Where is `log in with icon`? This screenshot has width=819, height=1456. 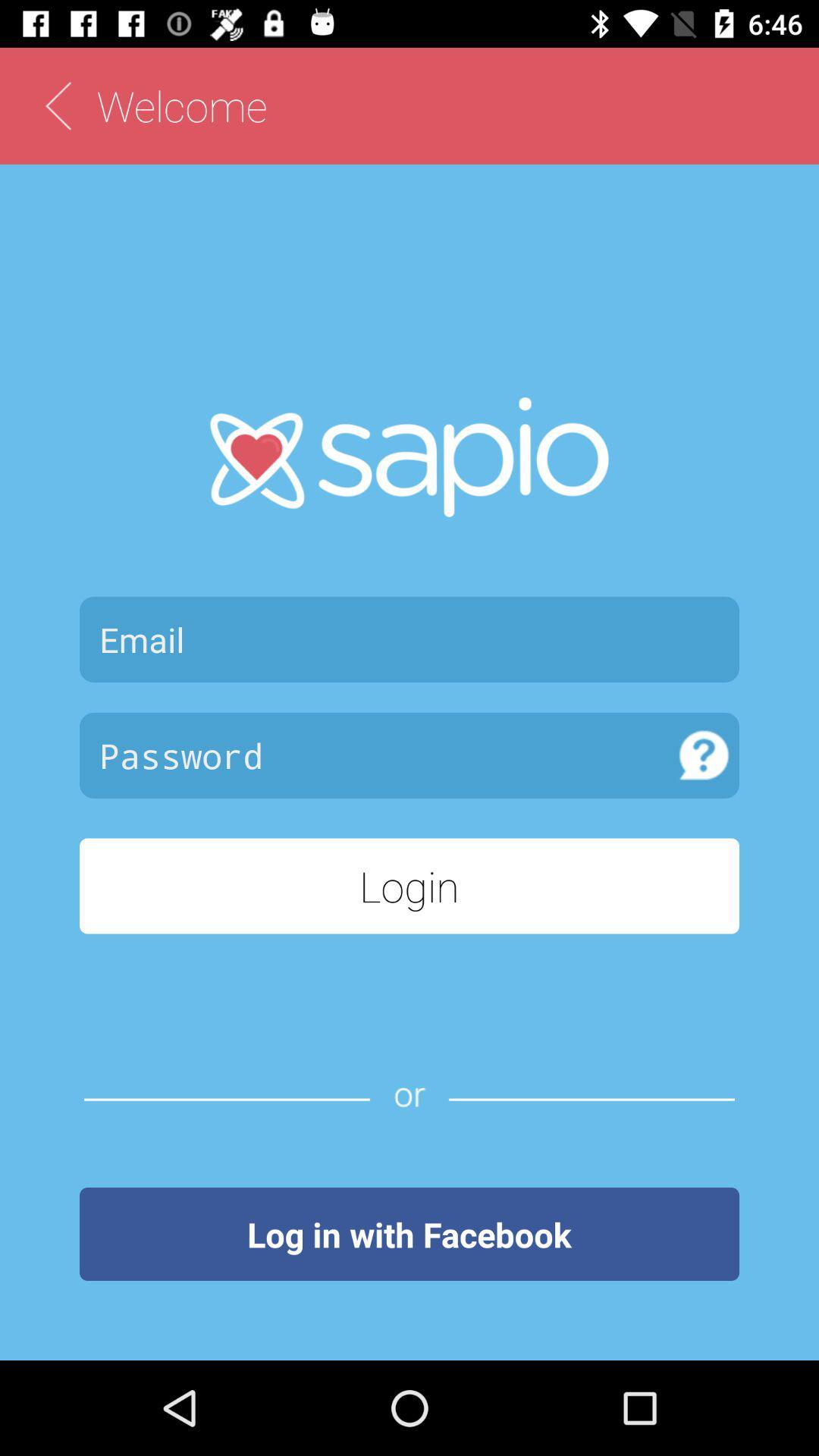
log in with icon is located at coordinates (409, 1234).